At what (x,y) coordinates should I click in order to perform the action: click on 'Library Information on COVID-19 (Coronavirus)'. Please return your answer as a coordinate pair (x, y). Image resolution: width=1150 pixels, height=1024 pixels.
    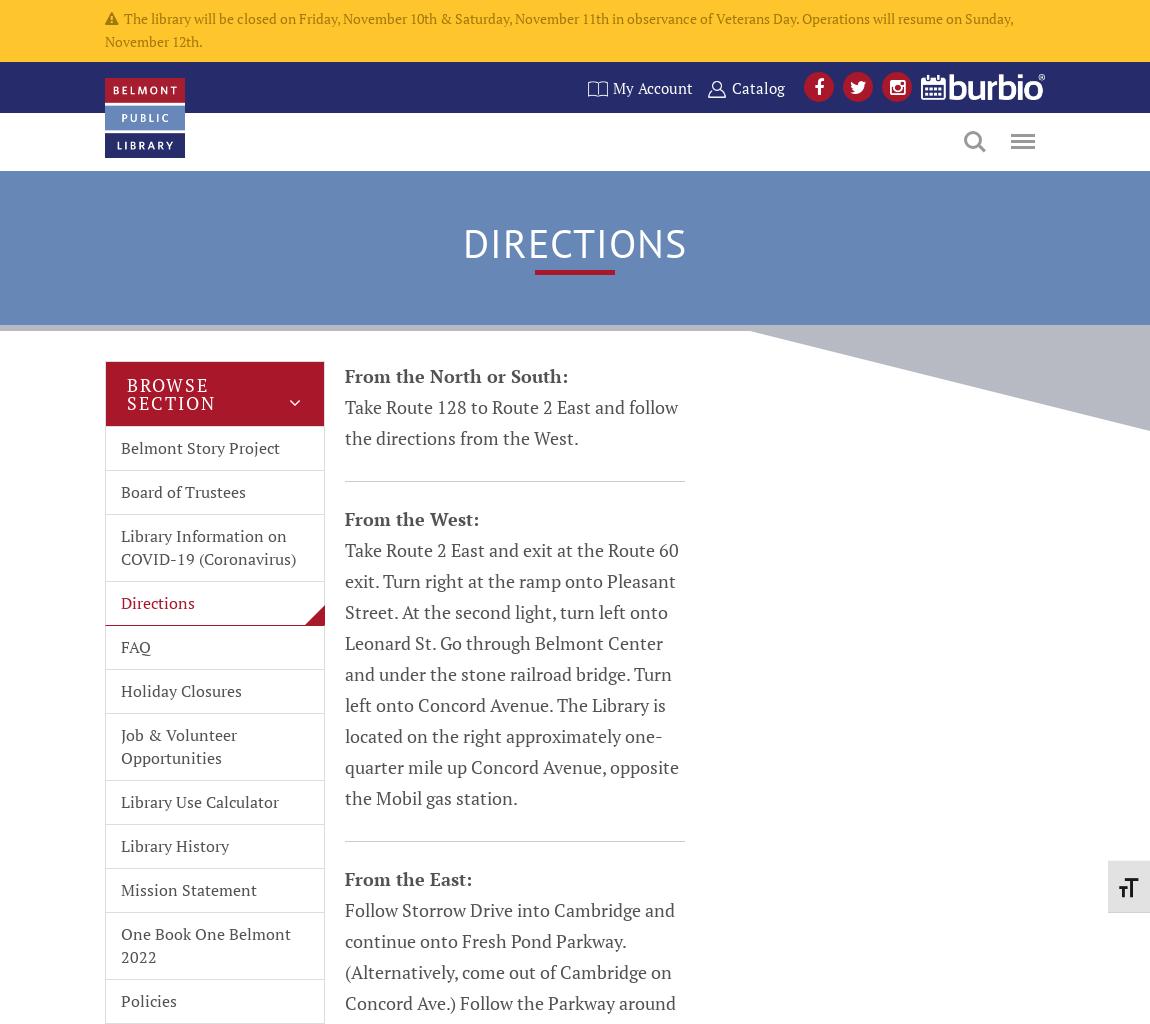
    Looking at the image, I should click on (207, 546).